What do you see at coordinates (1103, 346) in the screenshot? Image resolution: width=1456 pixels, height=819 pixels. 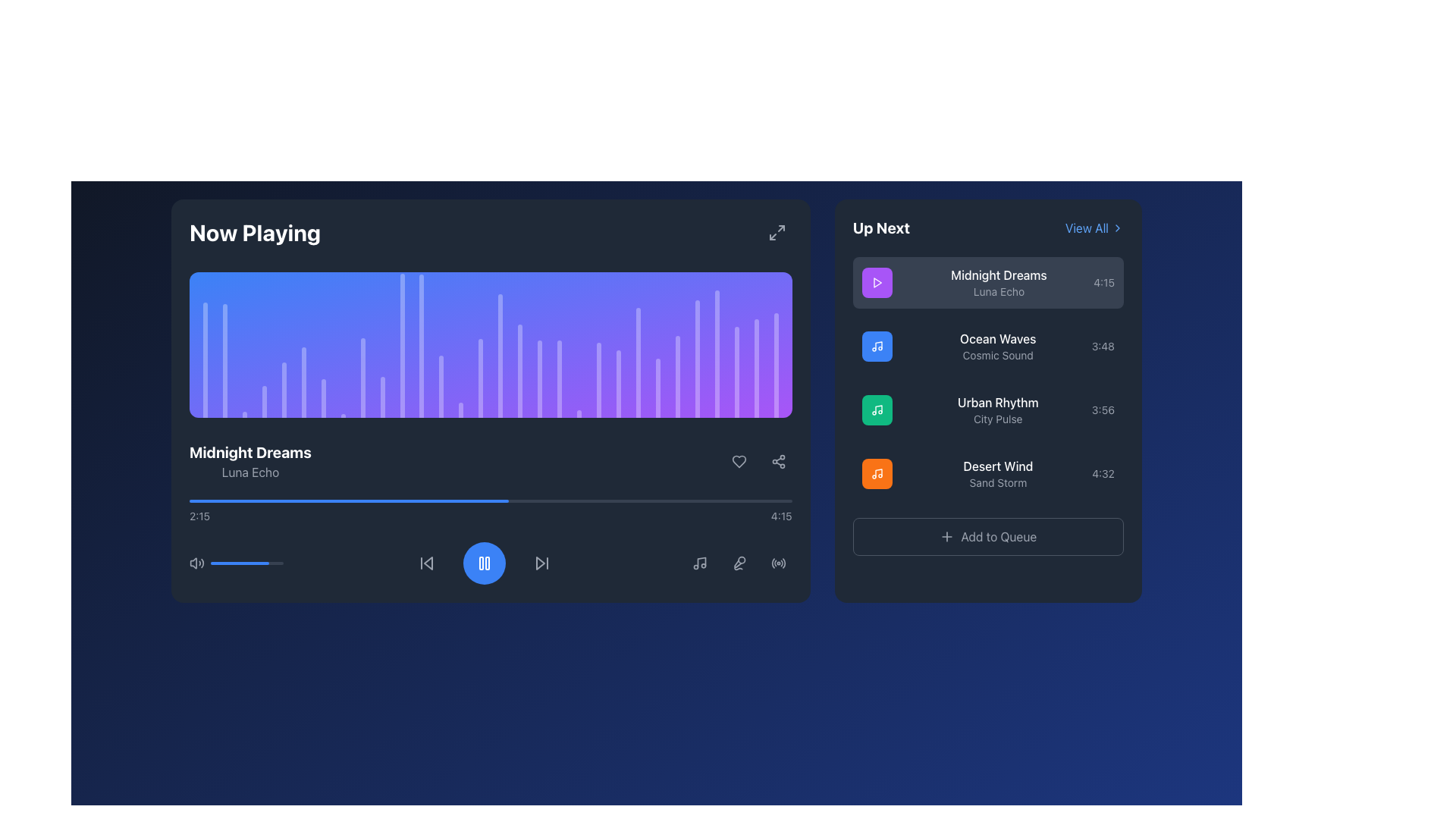 I see `the numerical text indicator reading '3:48', which is styled in a small gray font and is positioned on the right side of the song list item for 'Ocean Waves' by 'Cosmic Sound' within the 'Up Next' section` at bounding box center [1103, 346].